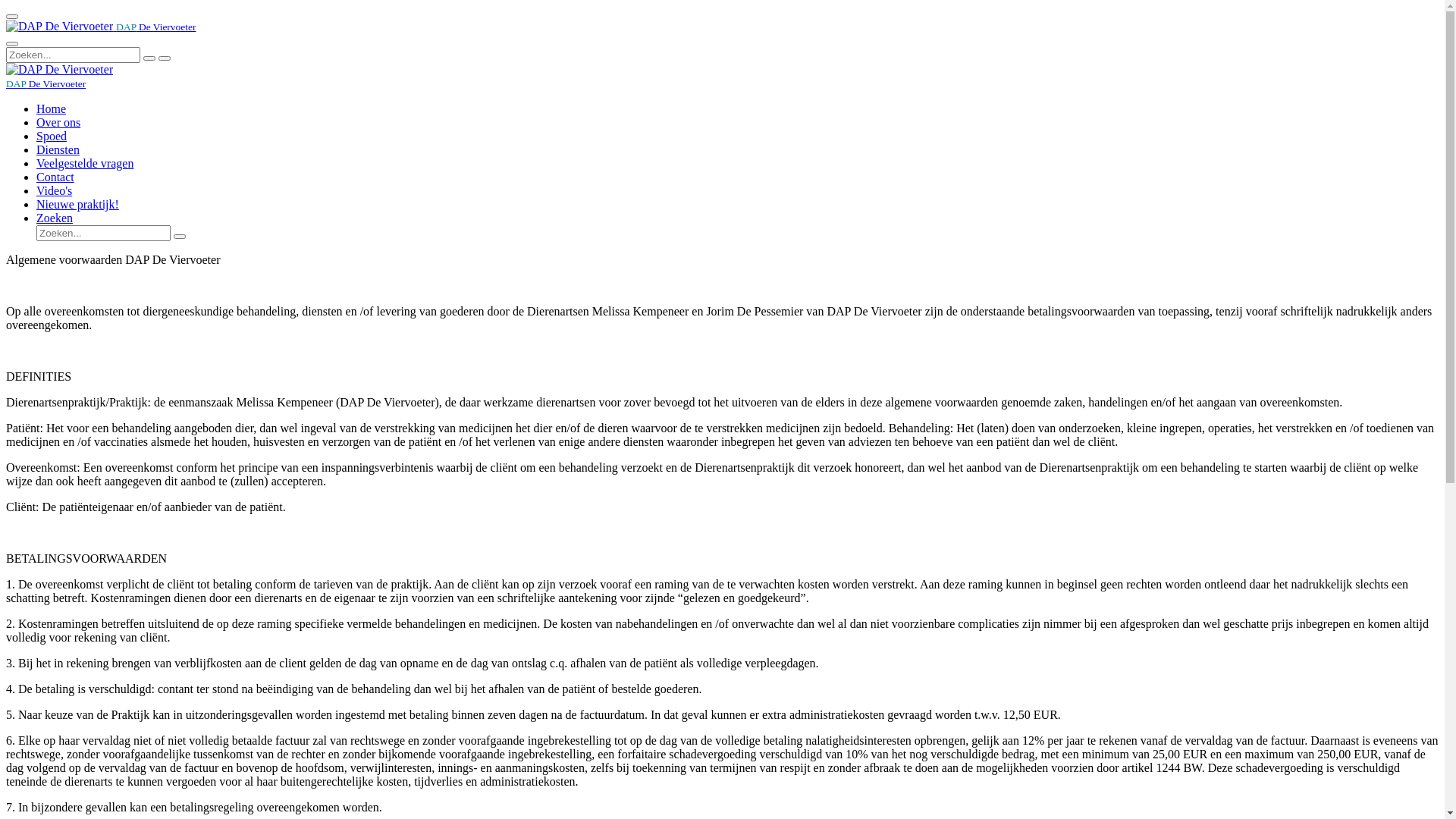  I want to click on 'Home', so click(51, 108).